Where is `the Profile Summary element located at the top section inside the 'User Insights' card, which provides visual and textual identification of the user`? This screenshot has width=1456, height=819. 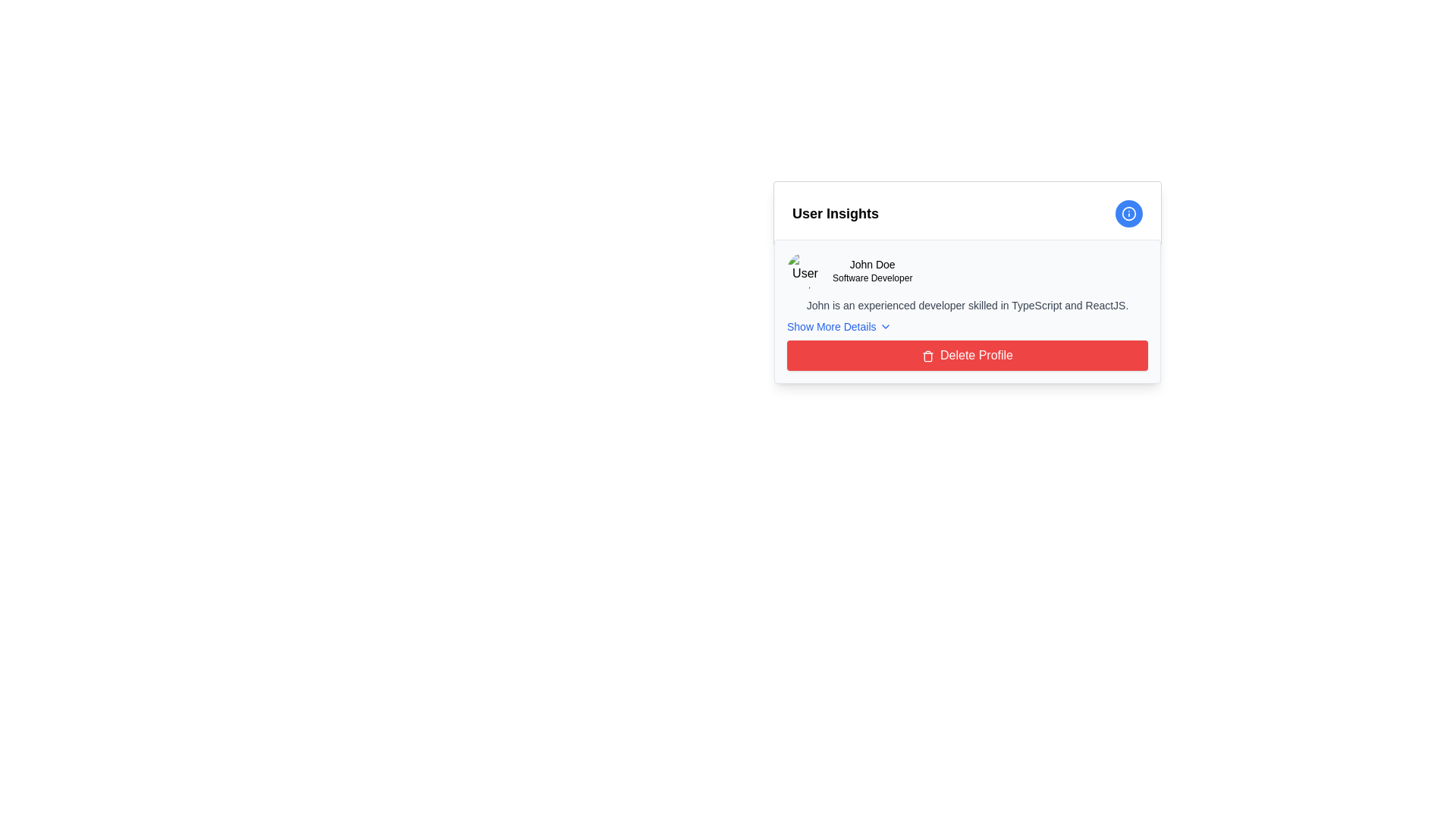 the Profile Summary element located at the top section inside the 'User Insights' card, which provides visual and textual identification of the user is located at coordinates (967, 270).